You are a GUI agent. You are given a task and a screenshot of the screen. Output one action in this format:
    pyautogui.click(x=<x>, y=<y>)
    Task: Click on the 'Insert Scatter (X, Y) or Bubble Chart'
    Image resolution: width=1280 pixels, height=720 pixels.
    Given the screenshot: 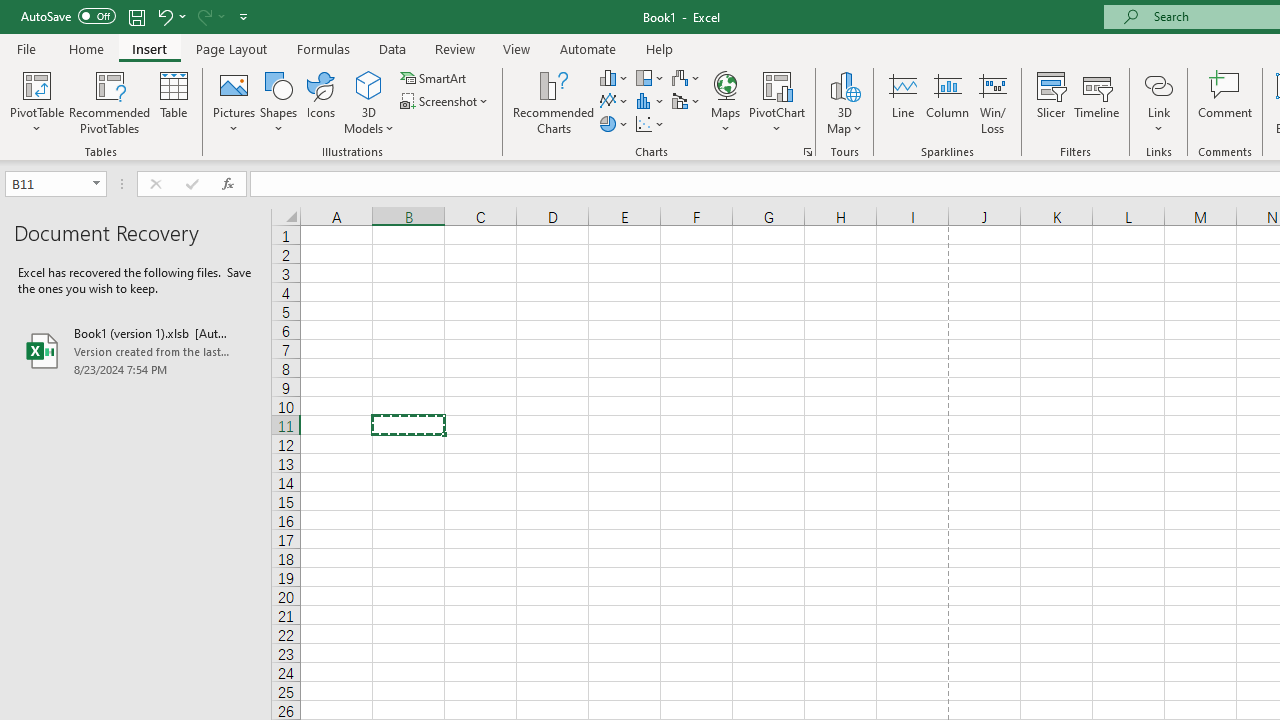 What is the action you would take?
    pyautogui.click(x=651, y=124)
    